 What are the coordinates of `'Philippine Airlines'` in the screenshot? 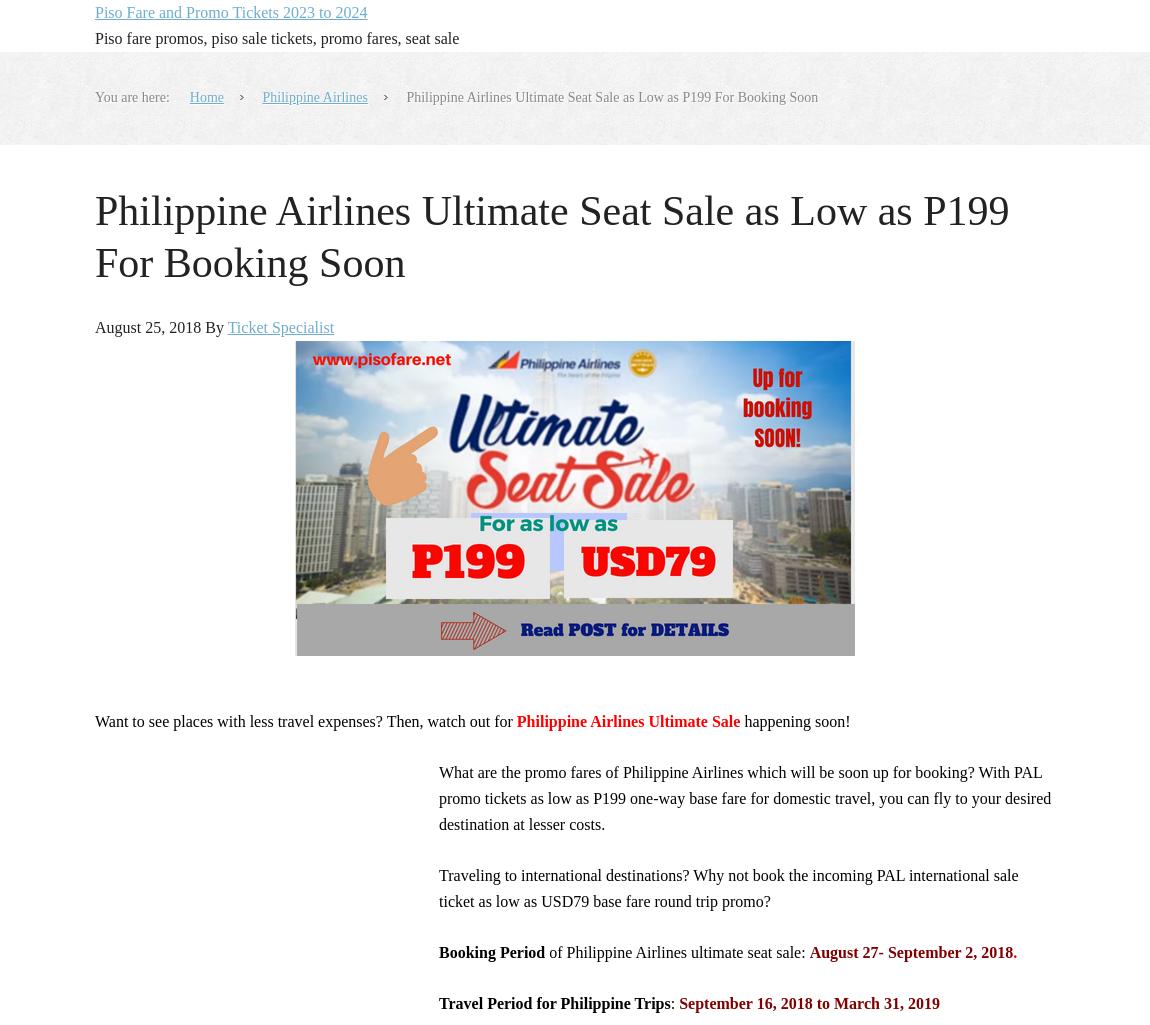 It's located at (260, 97).